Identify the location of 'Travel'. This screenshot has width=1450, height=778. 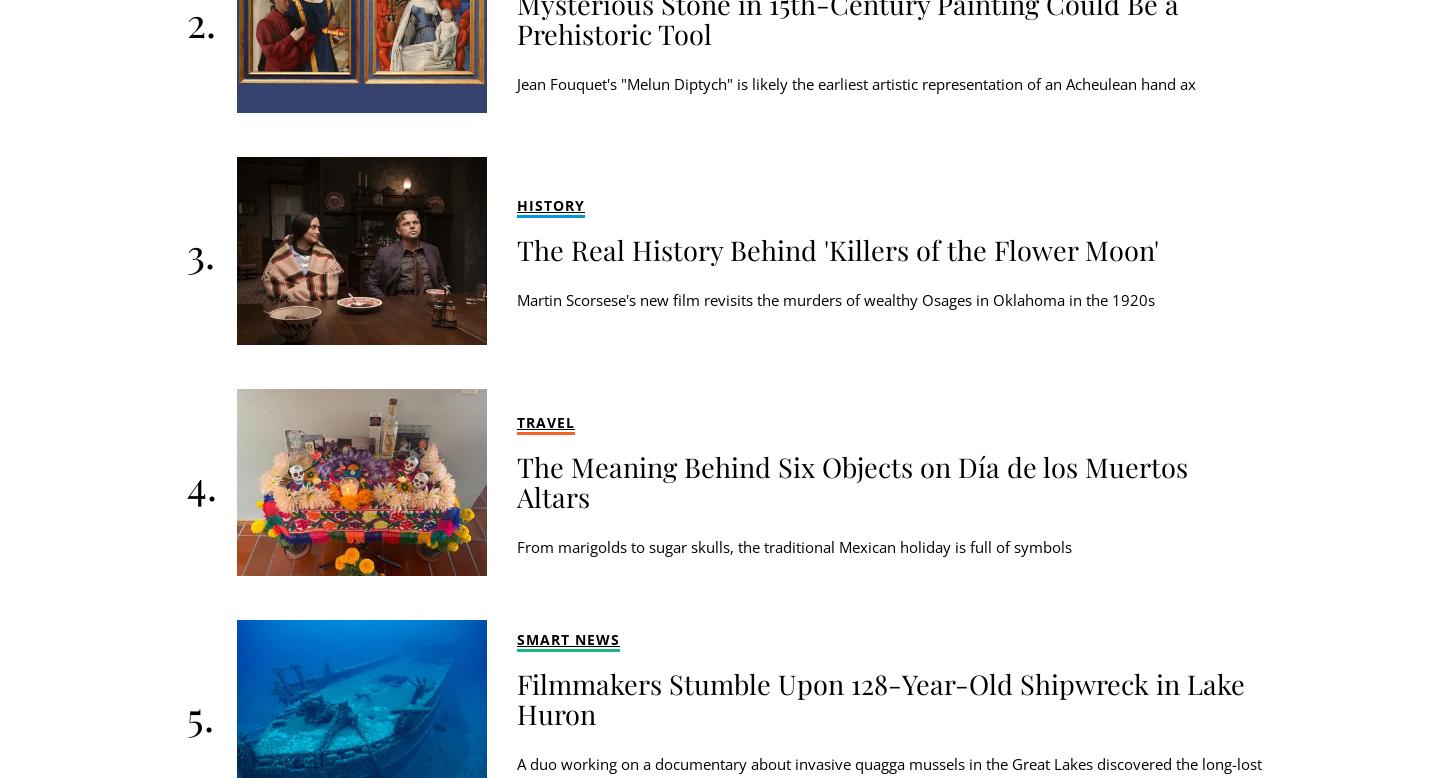
(546, 421).